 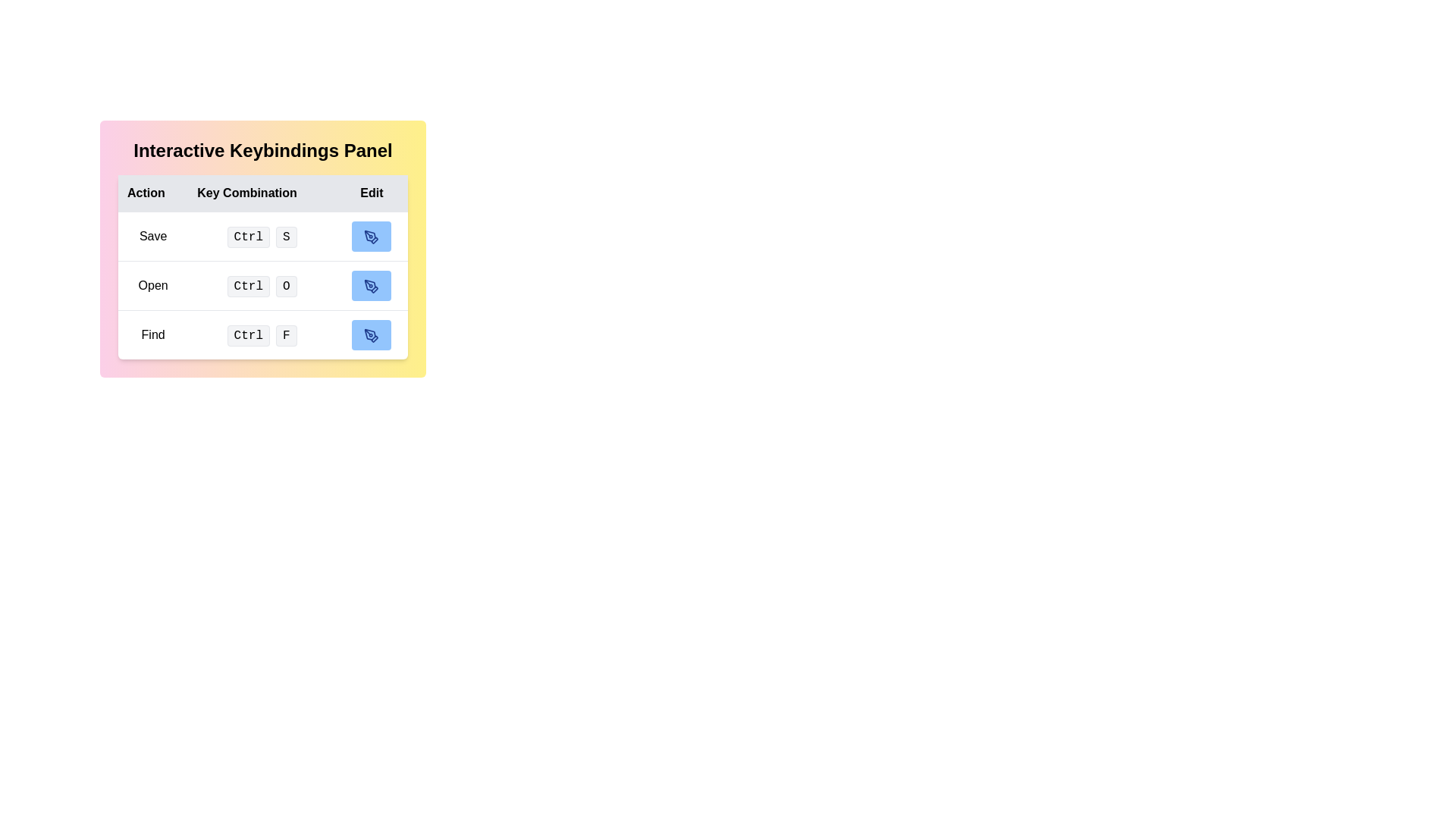 I want to click on the interactive button for editing the keybinding entry next to the 'Save' row in the table for keyboard navigation, so click(x=372, y=237).